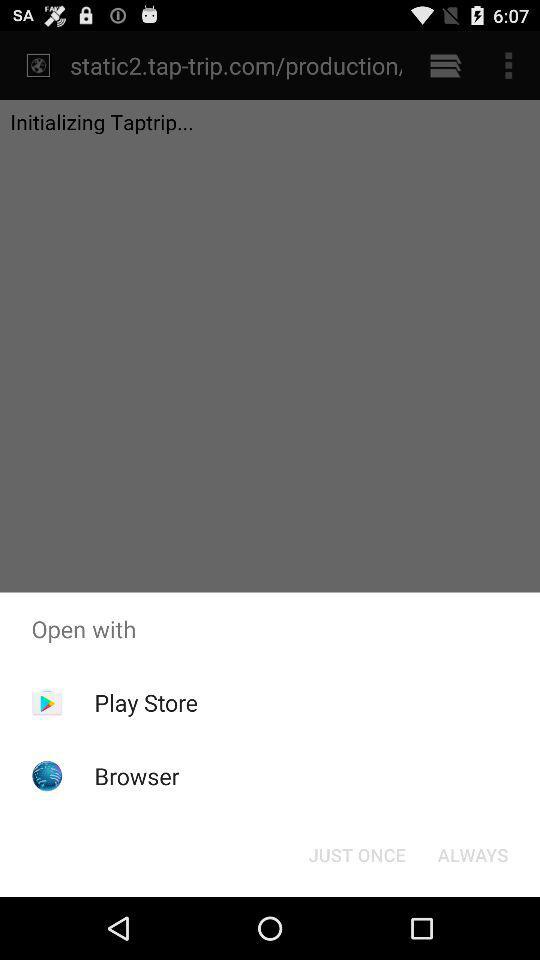 Image resolution: width=540 pixels, height=960 pixels. Describe the element at coordinates (356, 853) in the screenshot. I see `icon below open with item` at that location.